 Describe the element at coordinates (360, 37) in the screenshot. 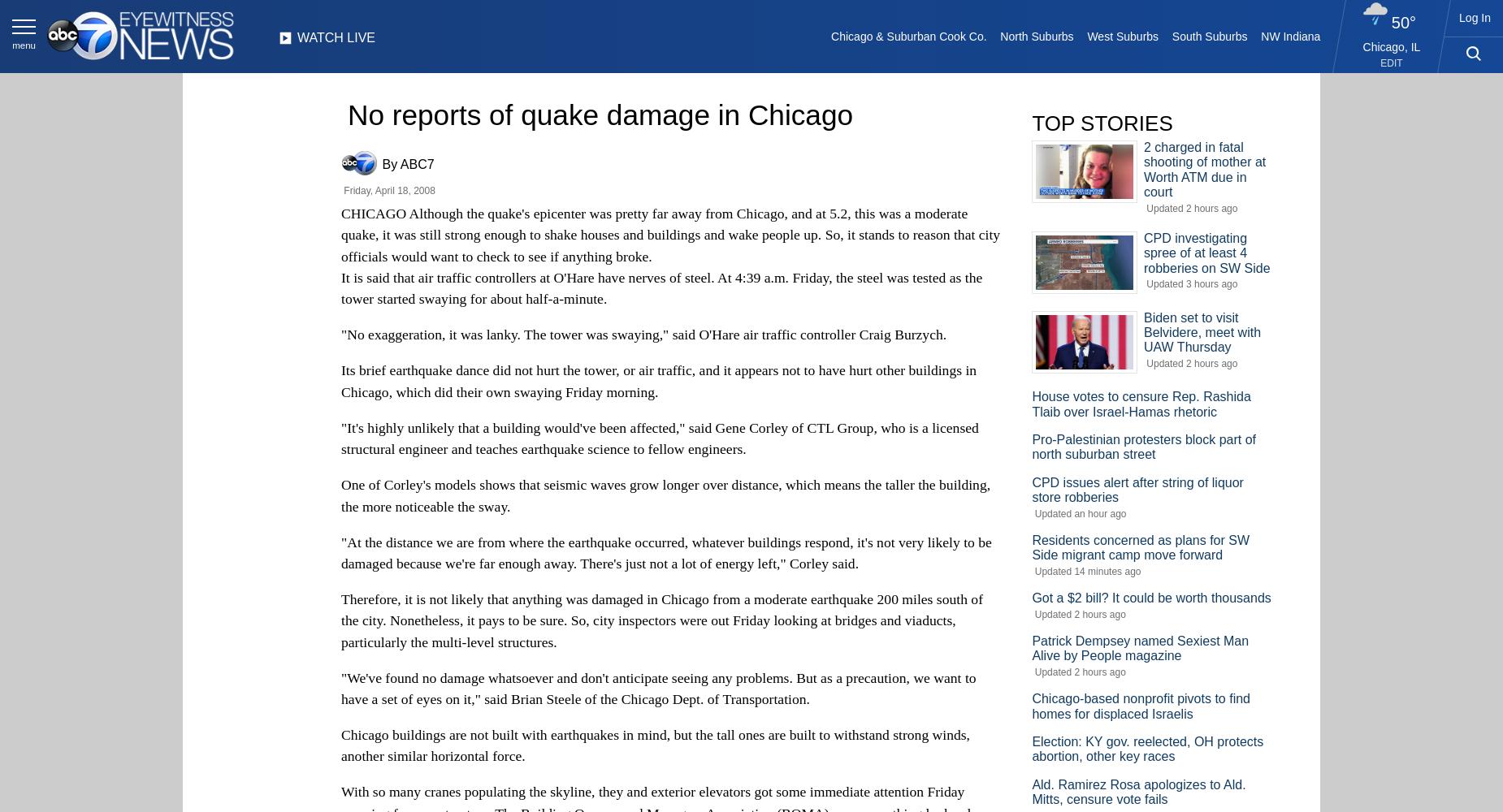

I see `'LIVE'` at that location.